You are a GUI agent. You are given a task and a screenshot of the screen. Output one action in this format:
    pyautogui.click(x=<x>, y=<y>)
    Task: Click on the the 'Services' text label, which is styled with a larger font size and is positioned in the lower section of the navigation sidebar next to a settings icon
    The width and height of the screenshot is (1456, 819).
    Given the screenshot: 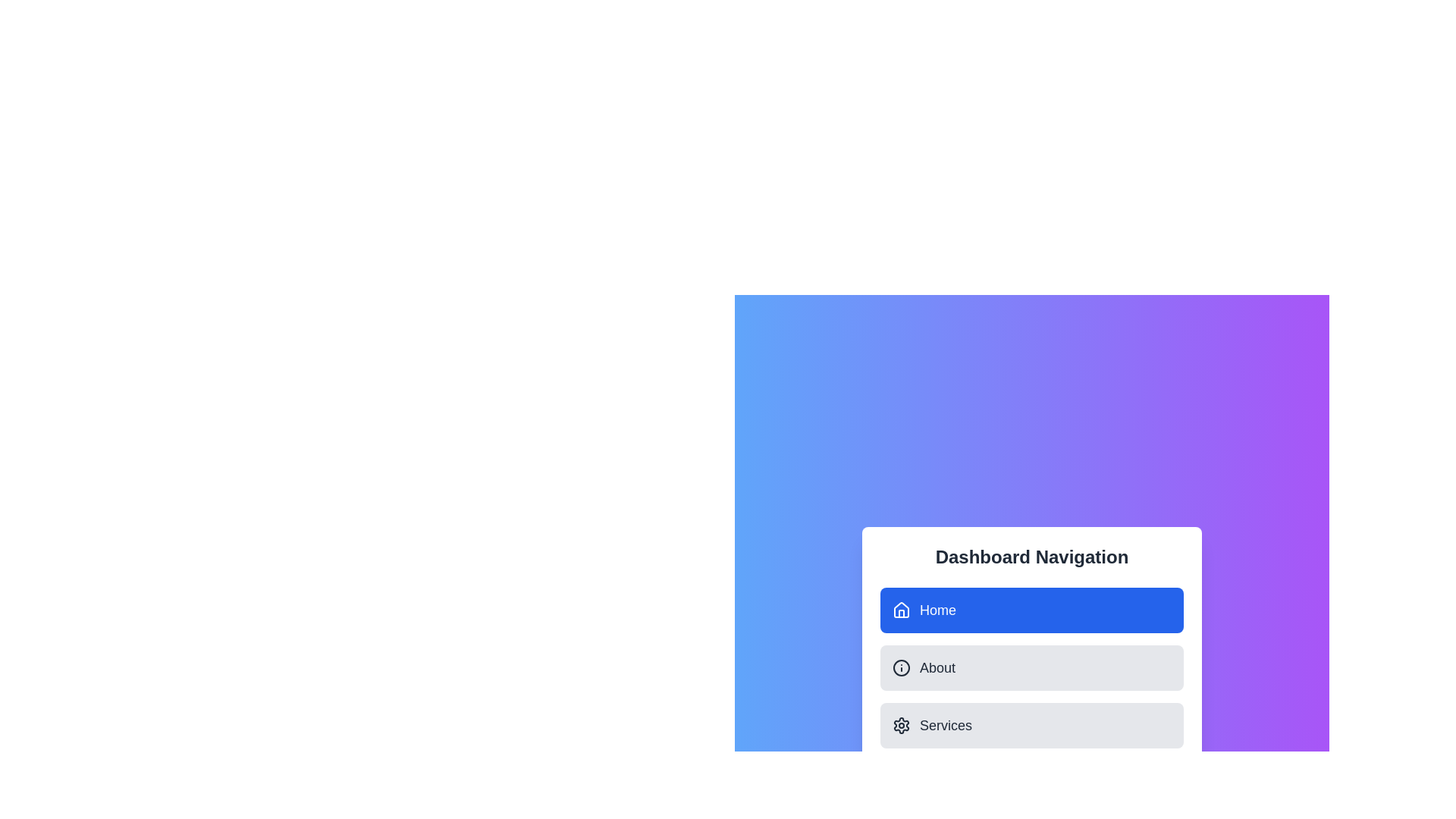 What is the action you would take?
    pyautogui.click(x=945, y=724)
    